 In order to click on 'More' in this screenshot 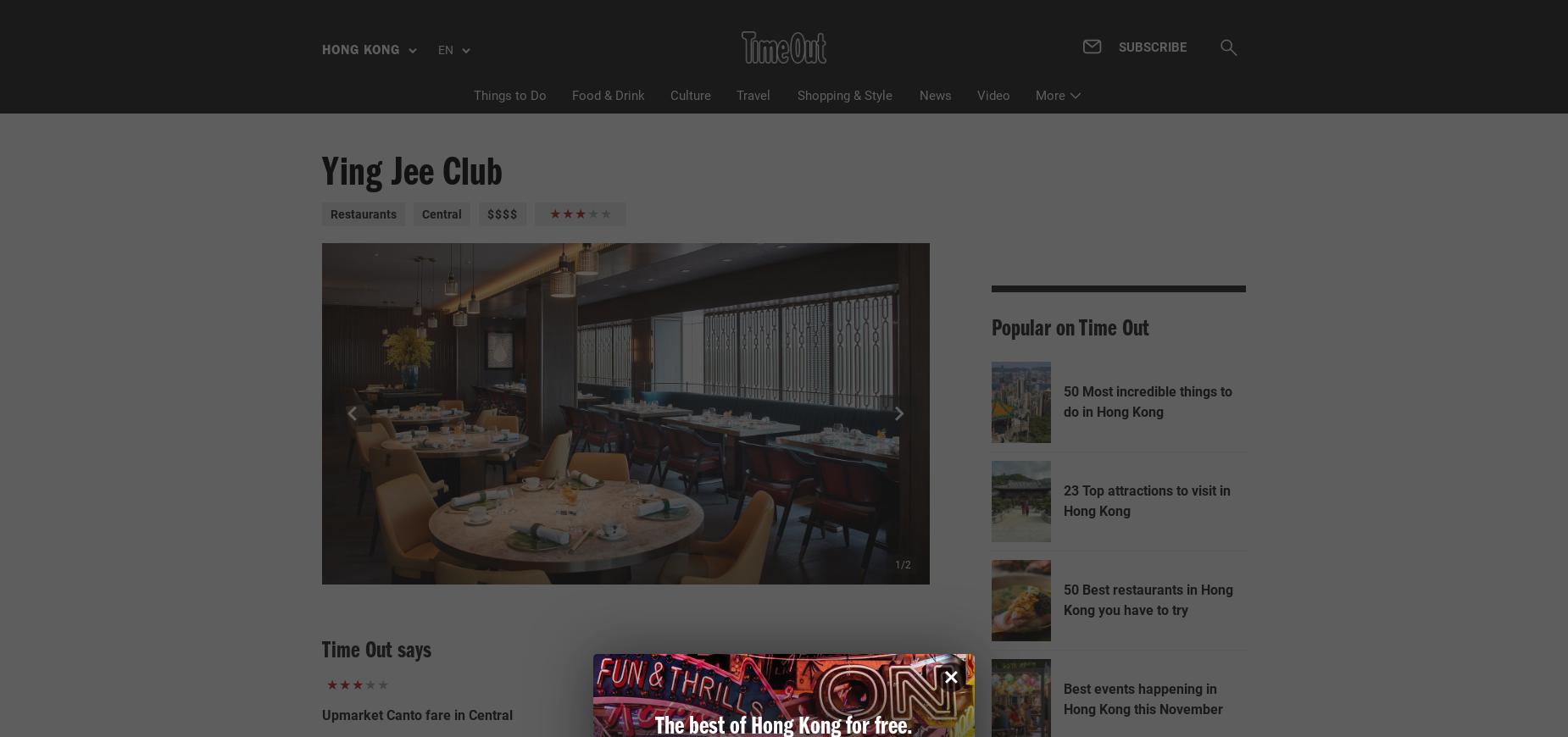, I will do `click(1049, 93)`.